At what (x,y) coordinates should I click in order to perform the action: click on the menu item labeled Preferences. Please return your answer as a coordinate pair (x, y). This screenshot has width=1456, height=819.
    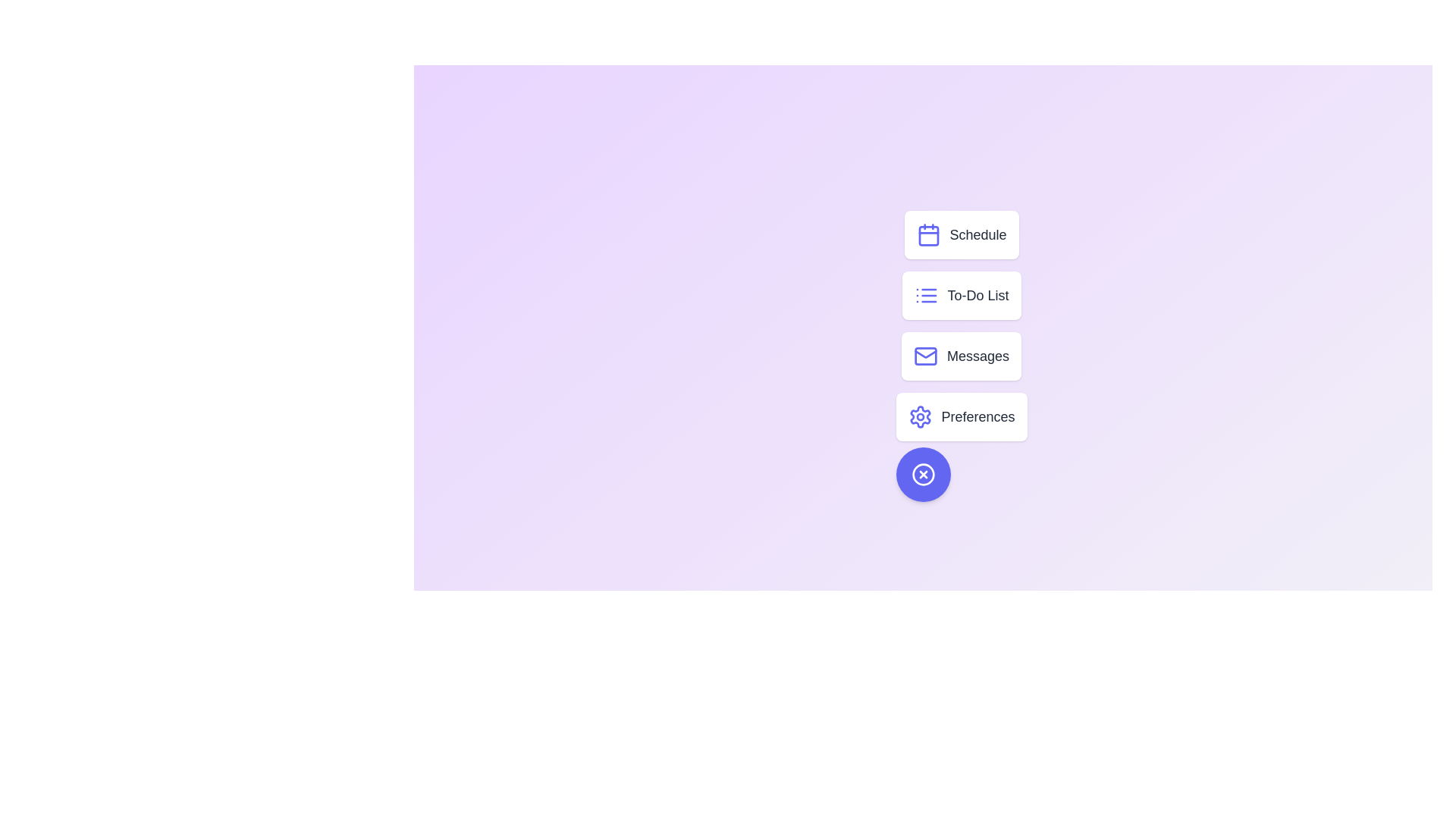
    Looking at the image, I should click on (960, 417).